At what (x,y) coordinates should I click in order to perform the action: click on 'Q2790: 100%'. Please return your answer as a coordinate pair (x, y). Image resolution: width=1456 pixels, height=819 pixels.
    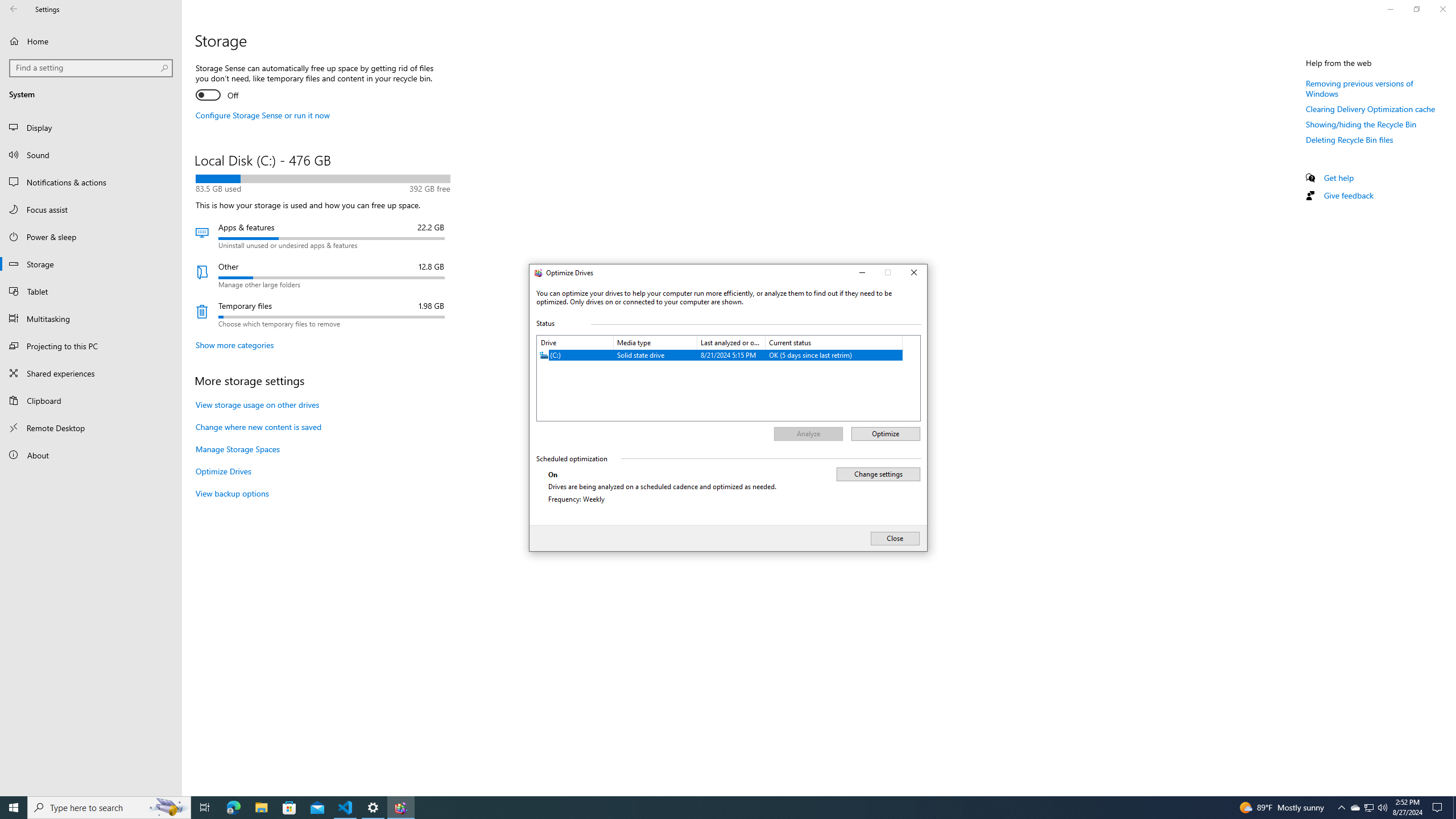
    Looking at the image, I should click on (1381, 806).